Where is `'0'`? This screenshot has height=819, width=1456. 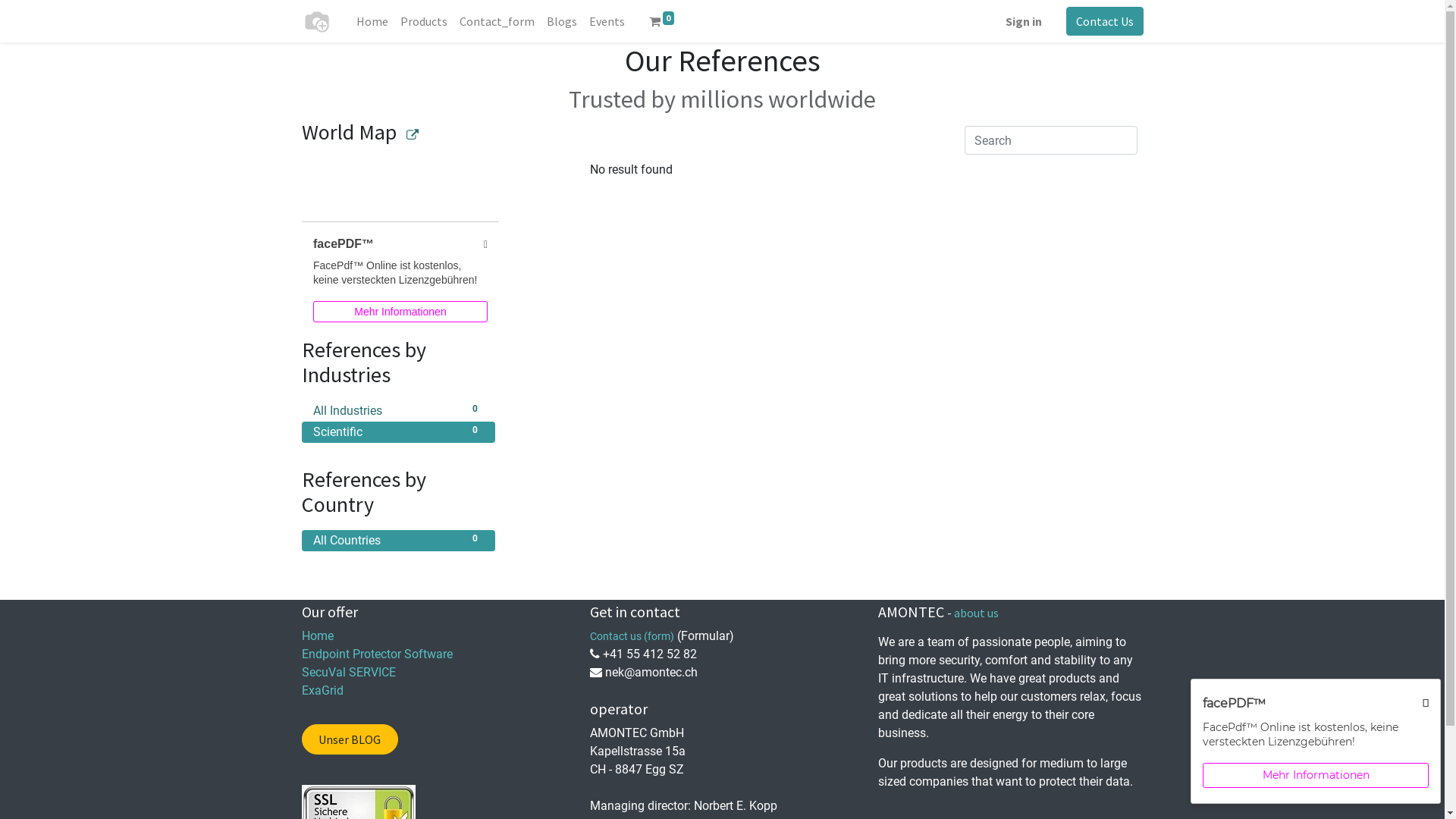 '0' is located at coordinates (662, 20).